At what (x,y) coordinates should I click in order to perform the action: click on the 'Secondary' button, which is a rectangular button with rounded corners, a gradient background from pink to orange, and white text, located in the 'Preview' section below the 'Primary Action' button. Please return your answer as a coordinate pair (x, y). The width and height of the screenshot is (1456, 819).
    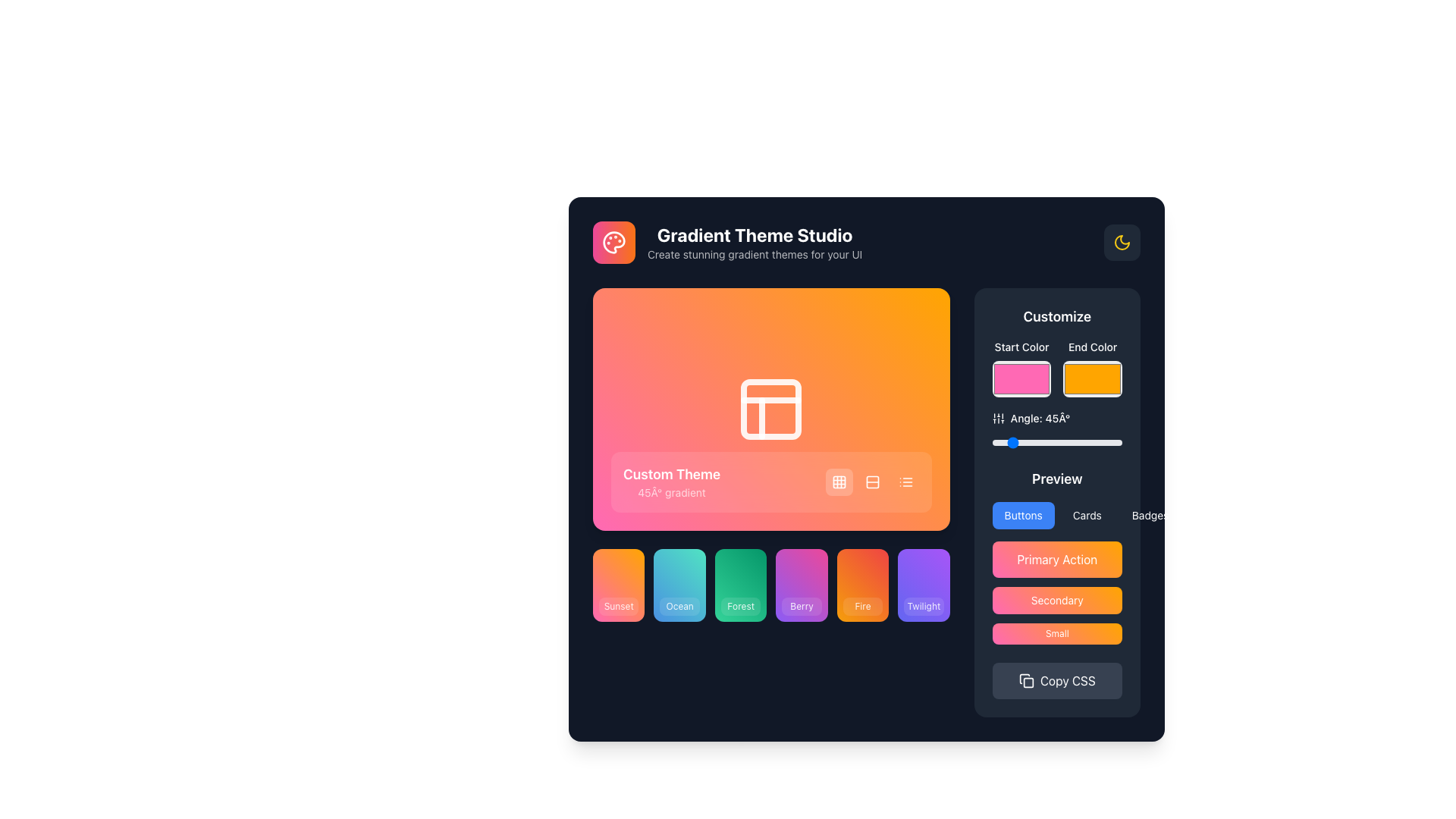
    Looking at the image, I should click on (1056, 599).